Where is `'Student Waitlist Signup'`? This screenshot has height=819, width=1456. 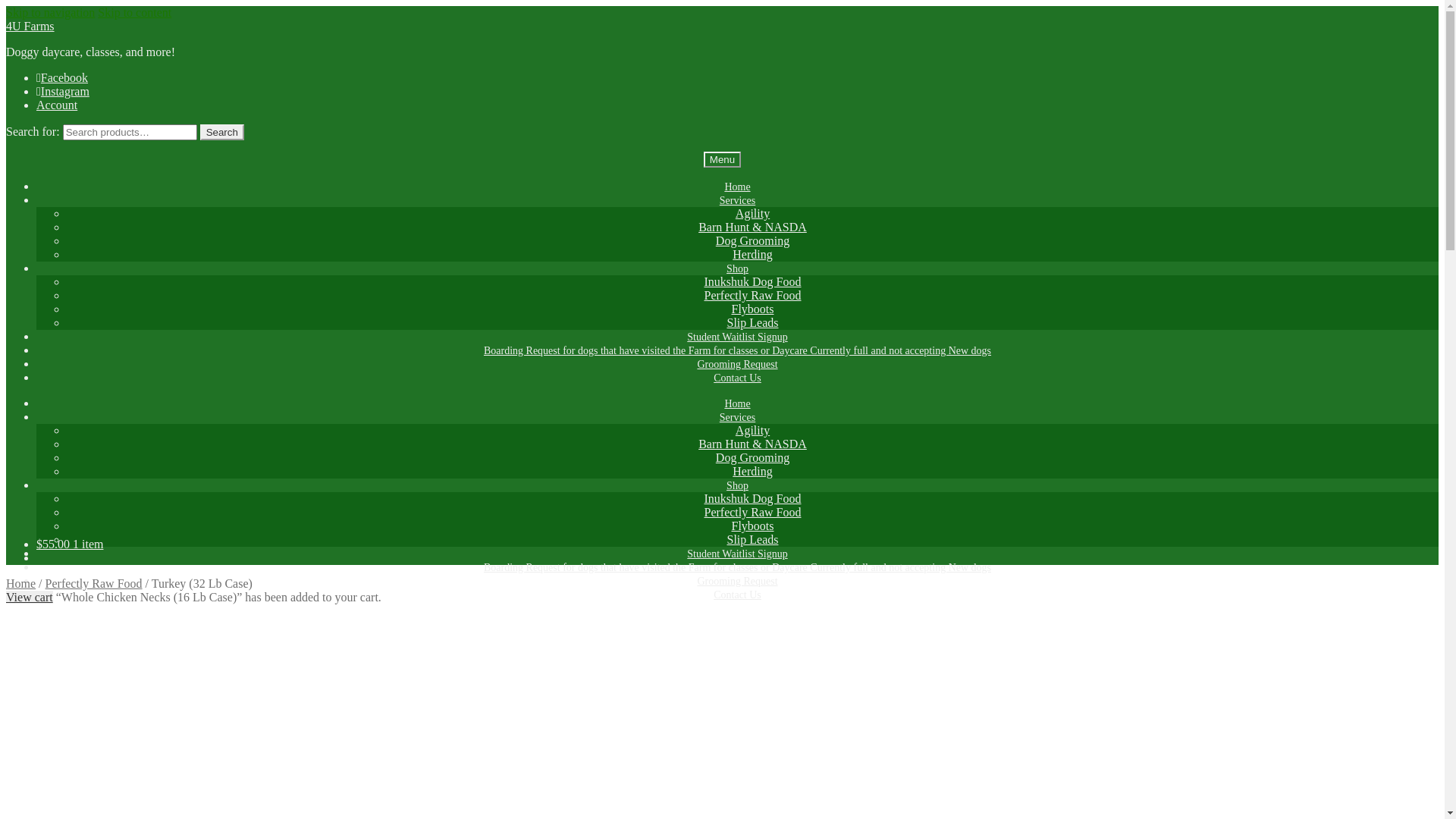 'Student Waitlist Signup' is located at coordinates (737, 554).